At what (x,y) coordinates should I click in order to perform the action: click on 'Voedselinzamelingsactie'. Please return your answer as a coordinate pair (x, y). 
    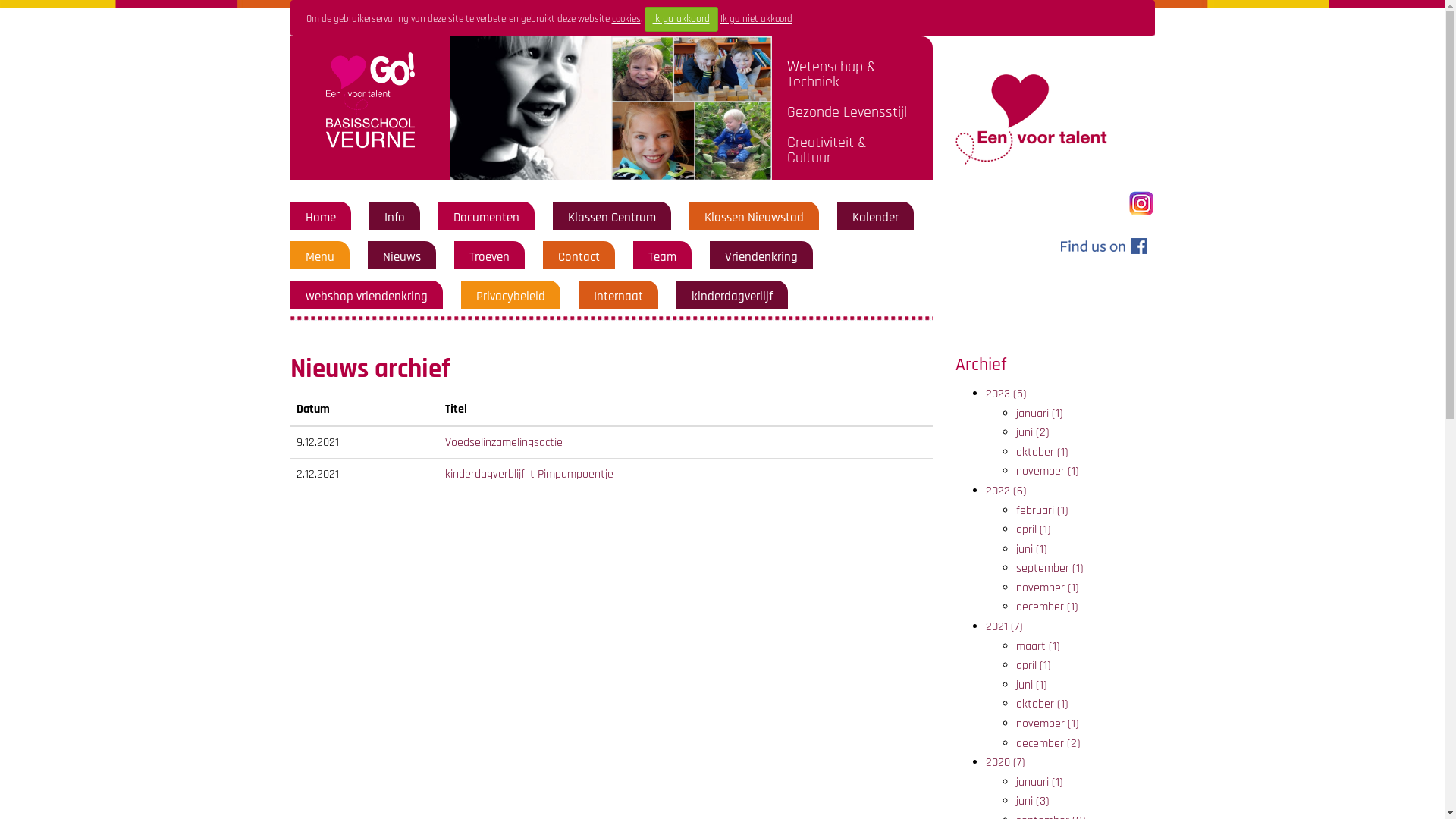
    Looking at the image, I should click on (504, 442).